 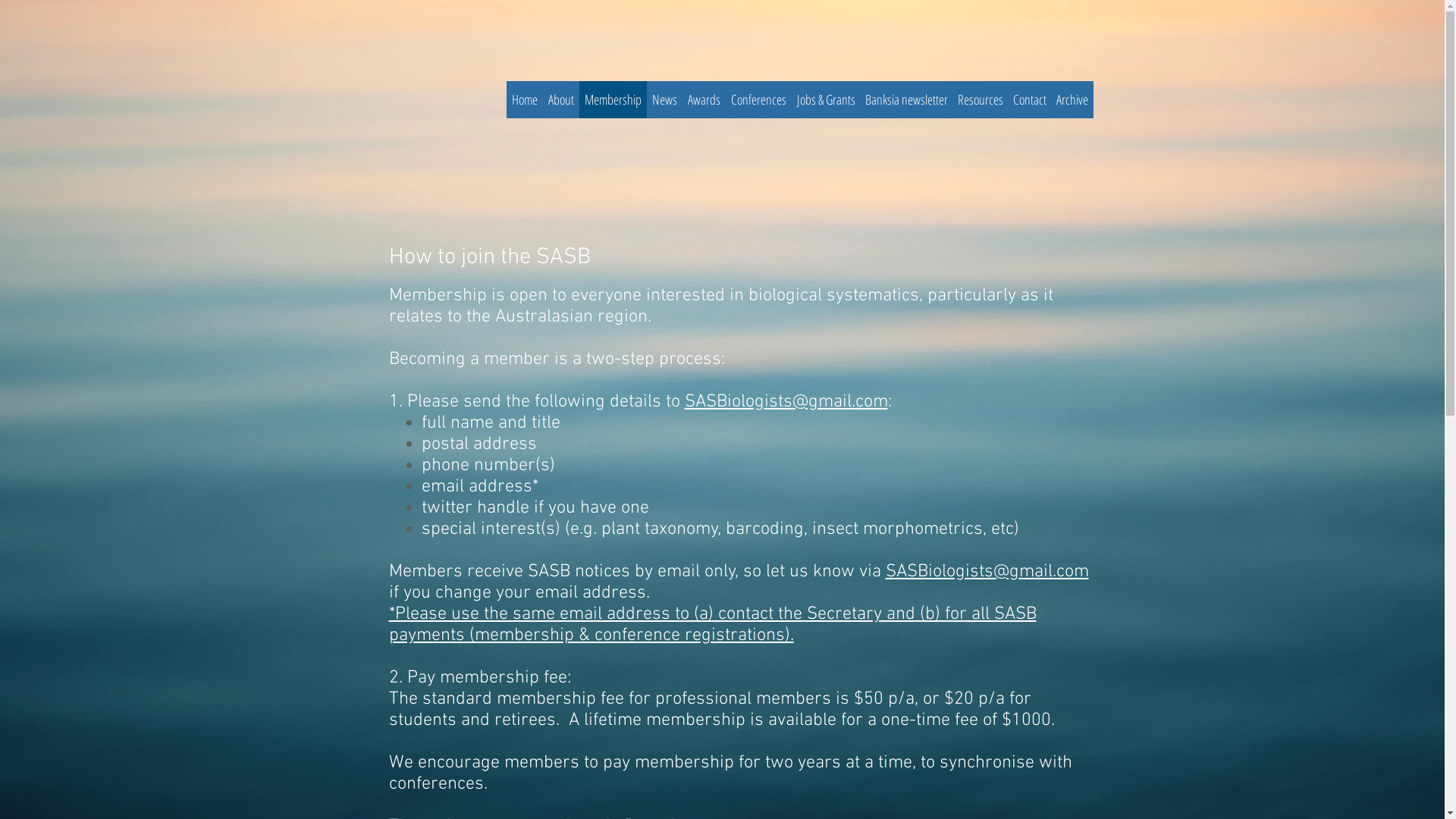 I want to click on 'About', so click(x=560, y=99).